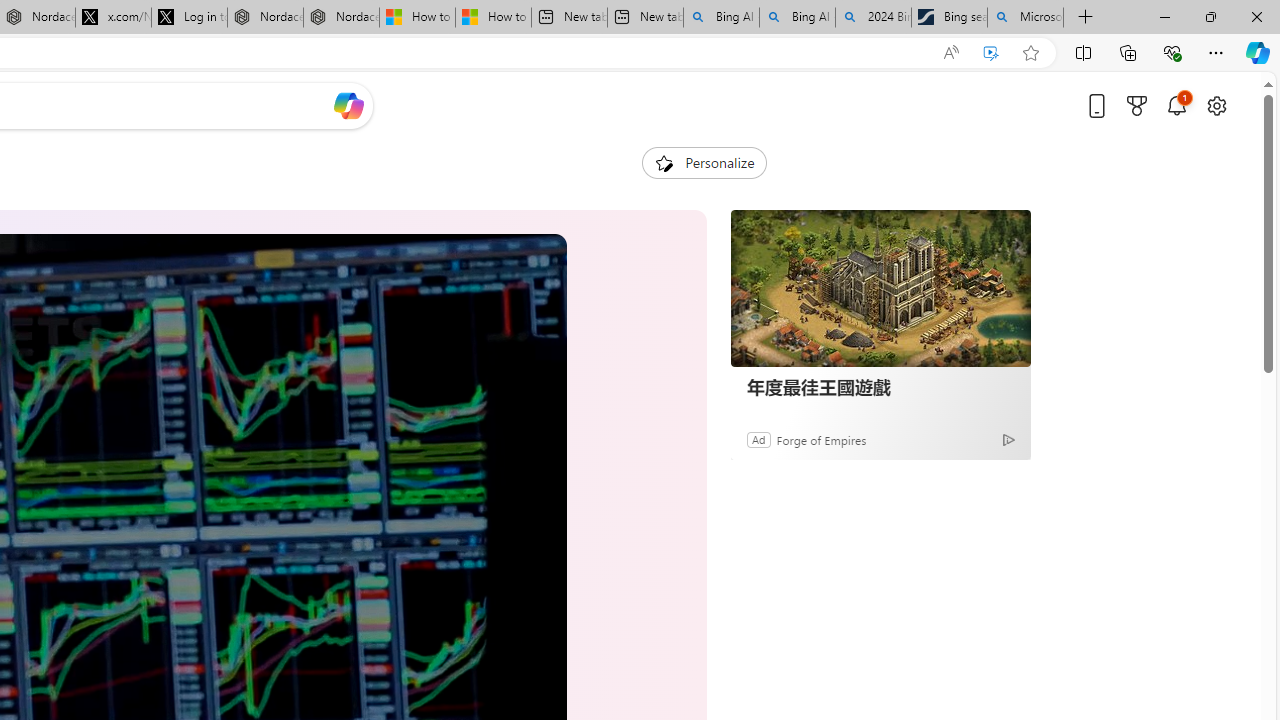 The width and height of the screenshot is (1280, 720). What do you see at coordinates (1085, 17) in the screenshot?
I see `'New Tab'` at bounding box center [1085, 17].